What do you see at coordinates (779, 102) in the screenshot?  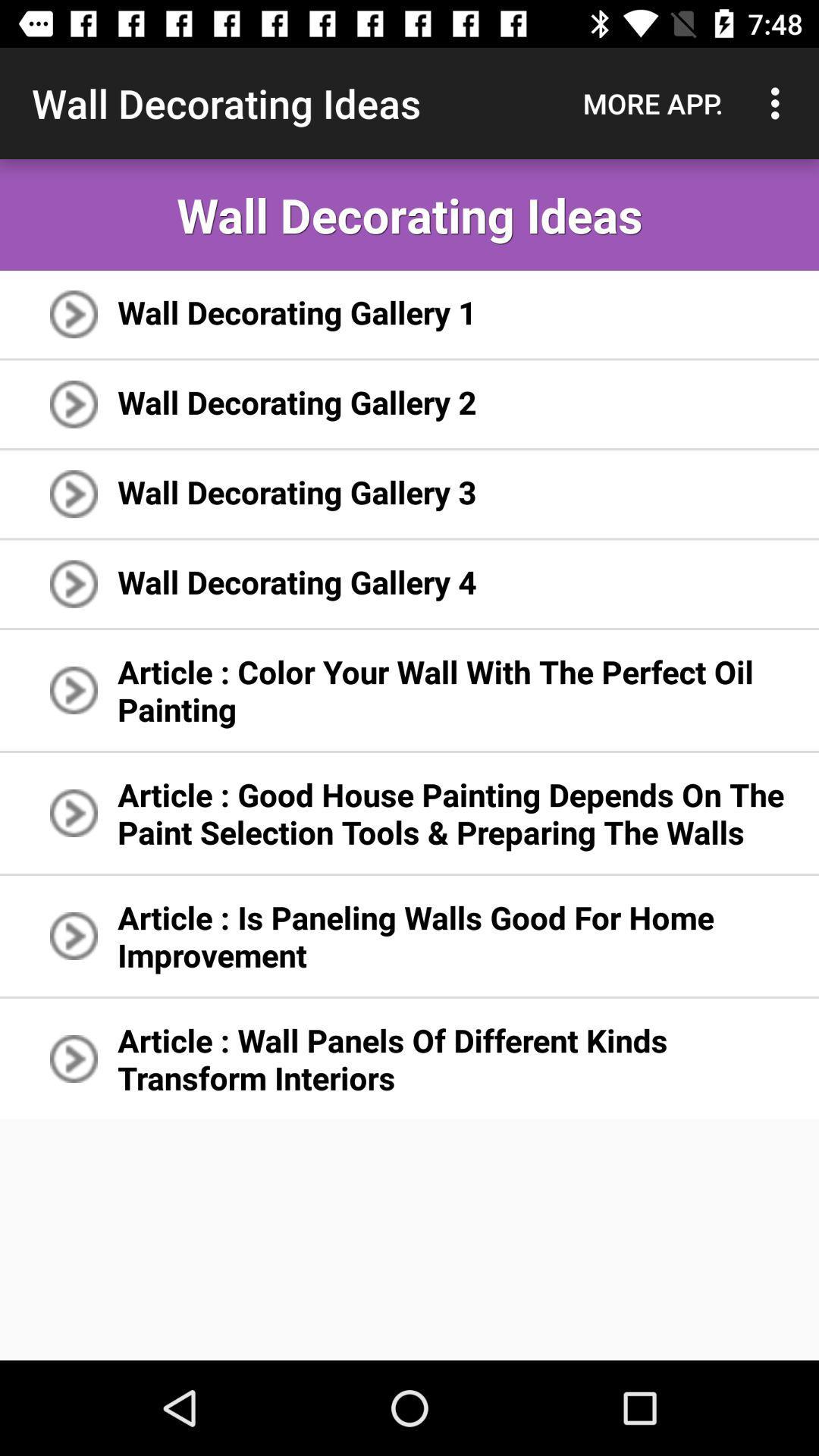 I see `item next to the more app.` at bounding box center [779, 102].